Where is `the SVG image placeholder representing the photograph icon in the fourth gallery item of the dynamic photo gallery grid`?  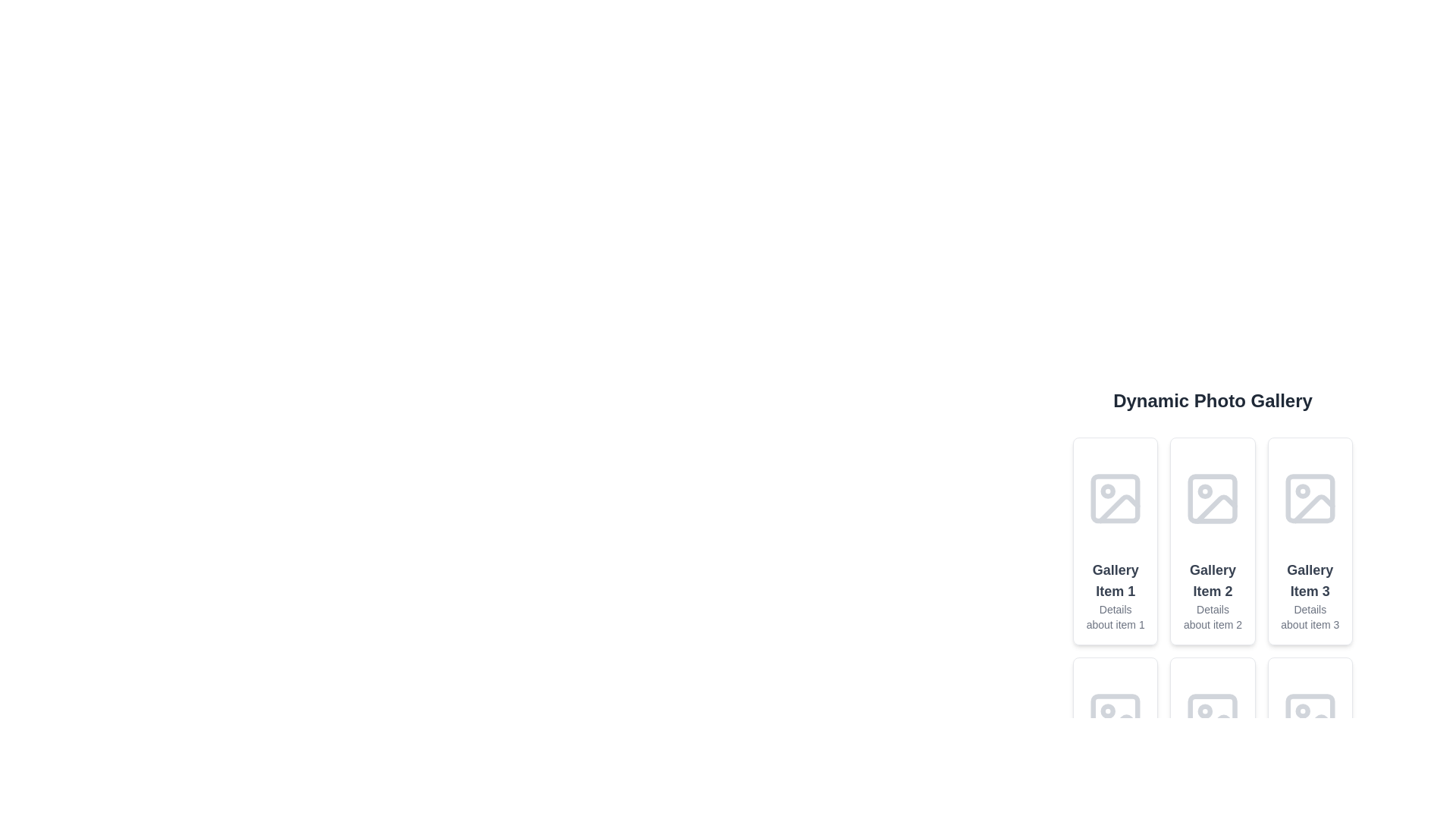
the SVG image placeholder representing the photograph icon in the fourth gallery item of the dynamic photo gallery grid is located at coordinates (1116, 718).